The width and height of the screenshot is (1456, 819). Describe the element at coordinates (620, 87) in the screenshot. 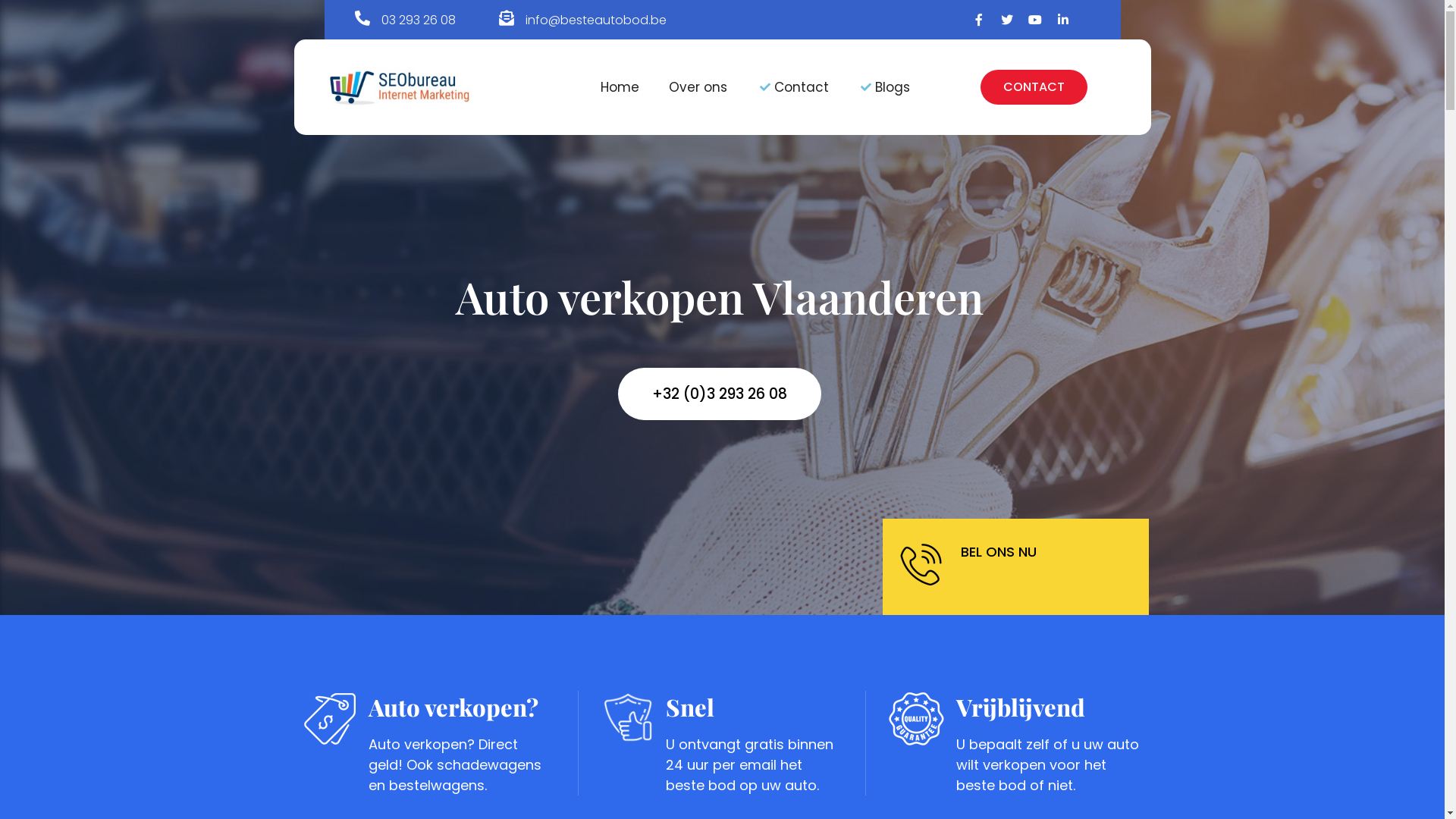

I see `'Home'` at that location.